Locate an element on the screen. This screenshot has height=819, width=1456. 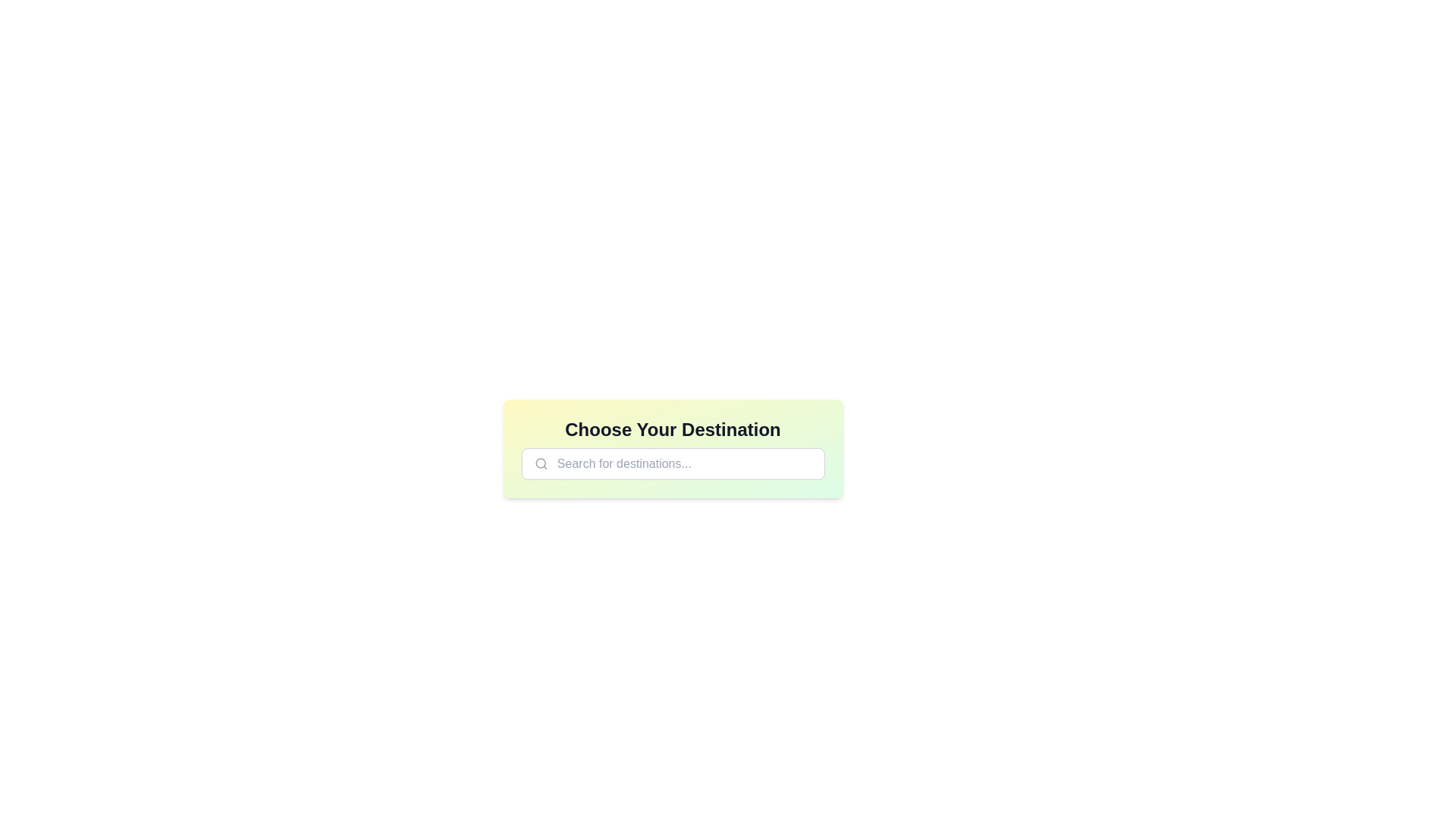
the compact gray outline magnifying glass icon located to the left of the text input field is located at coordinates (541, 463).